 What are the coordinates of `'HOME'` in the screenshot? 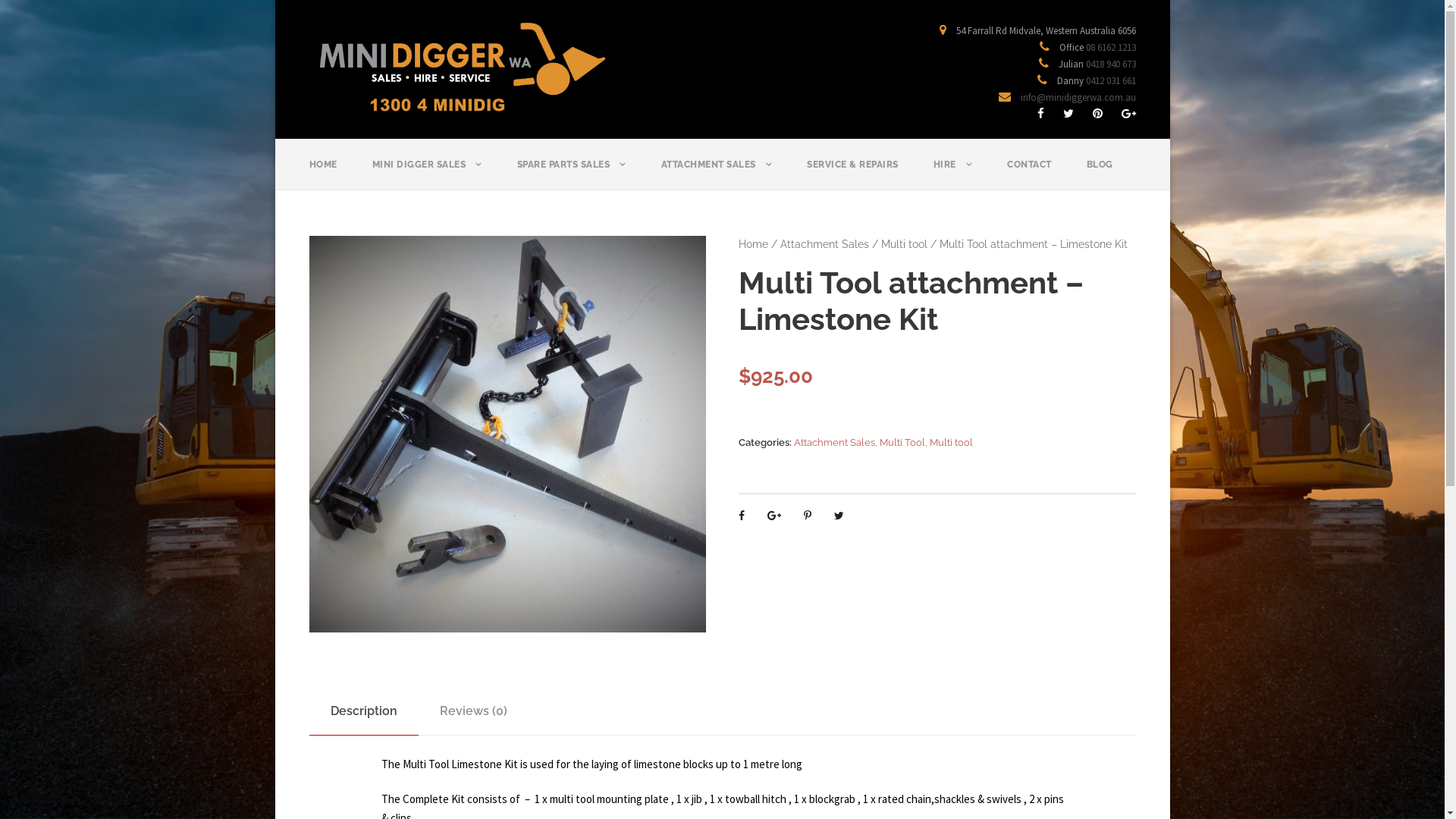 It's located at (322, 172).